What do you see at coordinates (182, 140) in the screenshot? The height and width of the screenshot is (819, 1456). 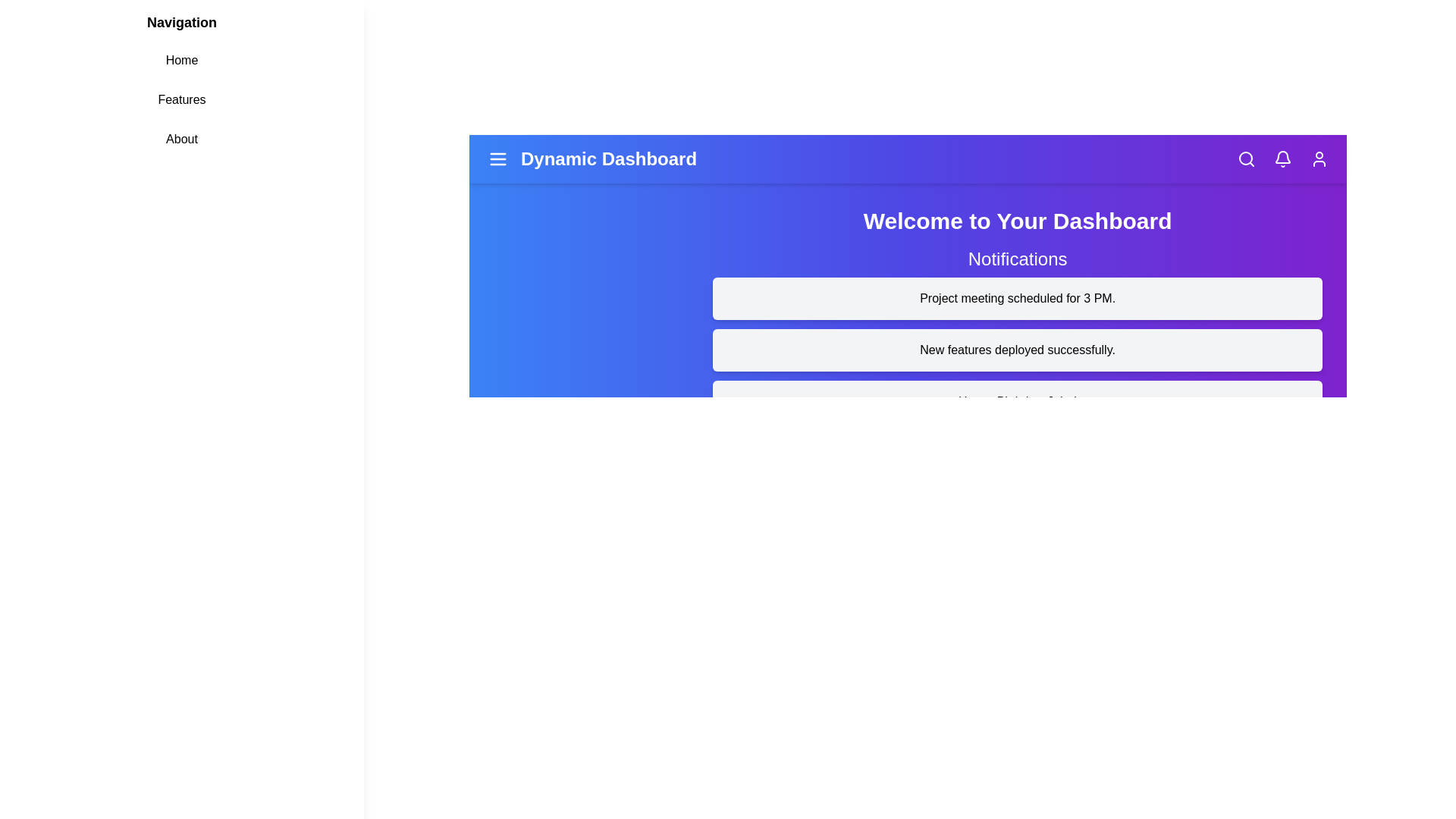 I see `the 'About' link in the navigation menu` at bounding box center [182, 140].